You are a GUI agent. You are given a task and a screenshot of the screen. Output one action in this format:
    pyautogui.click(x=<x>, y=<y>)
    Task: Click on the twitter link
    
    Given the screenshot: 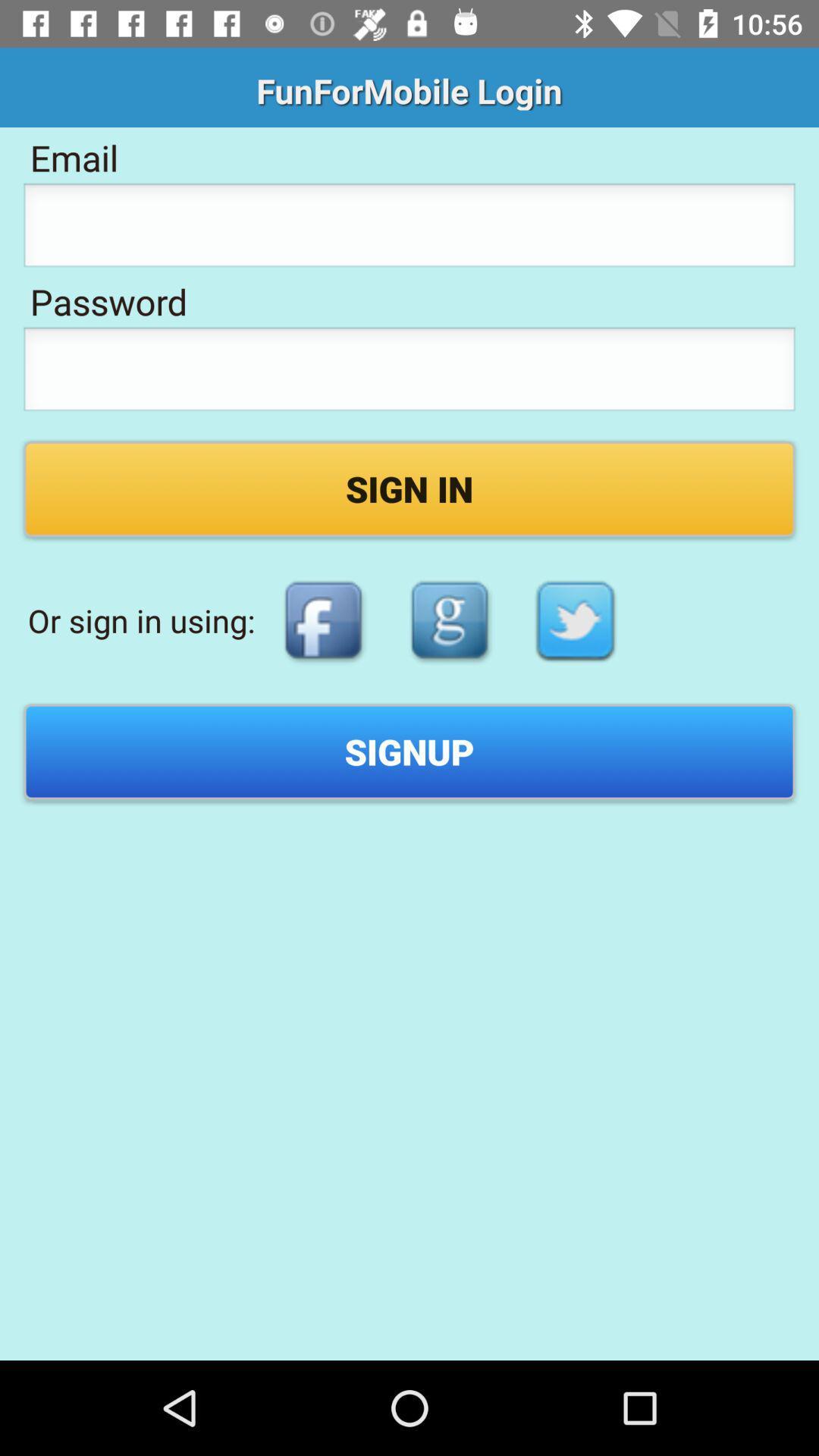 What is the action you would take?
    pyautogui.click(x=576, y=620)
    